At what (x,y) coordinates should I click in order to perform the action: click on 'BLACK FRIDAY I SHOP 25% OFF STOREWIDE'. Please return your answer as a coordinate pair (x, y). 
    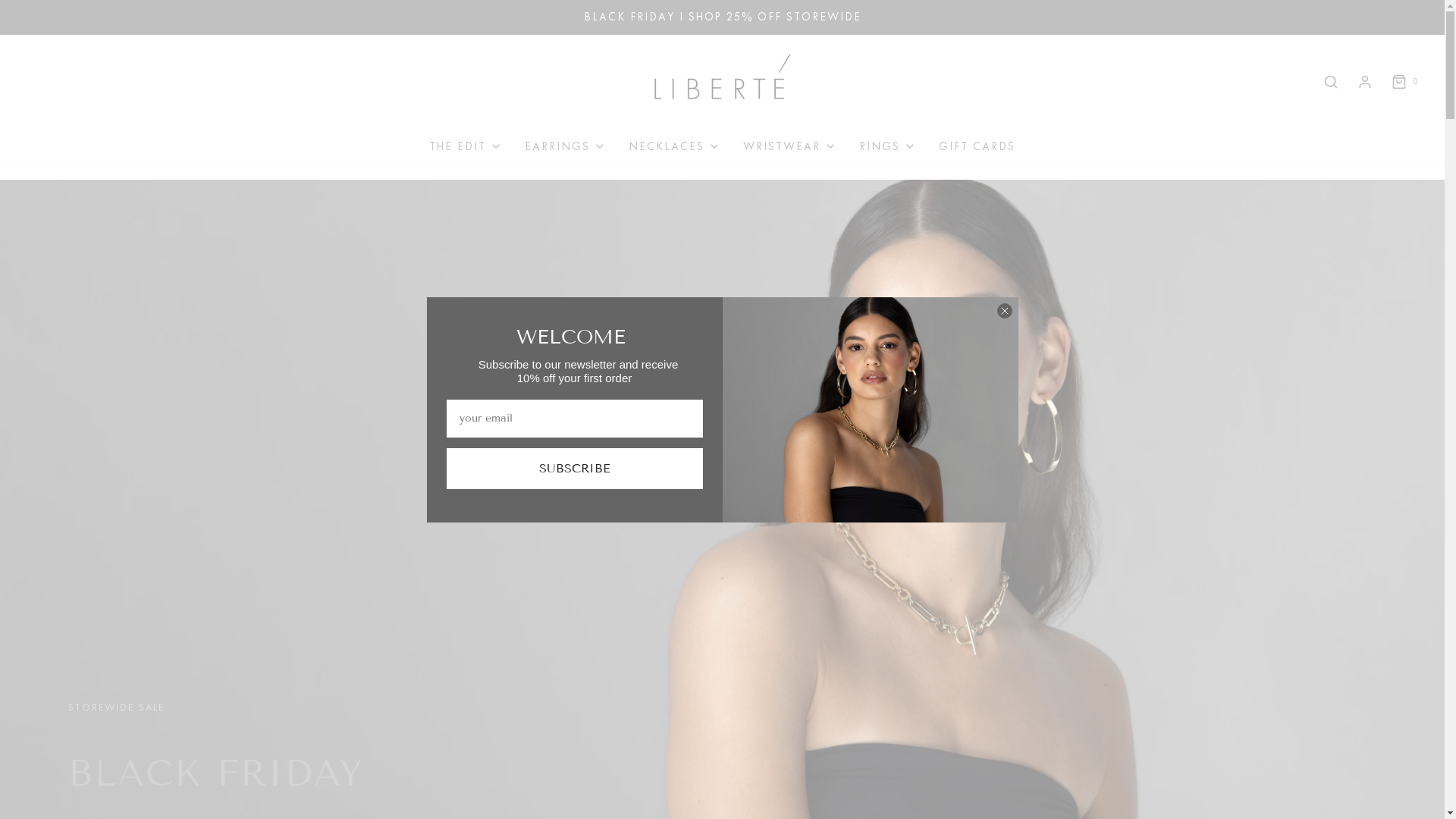
    Looking at the image, I should click on (721, 17).